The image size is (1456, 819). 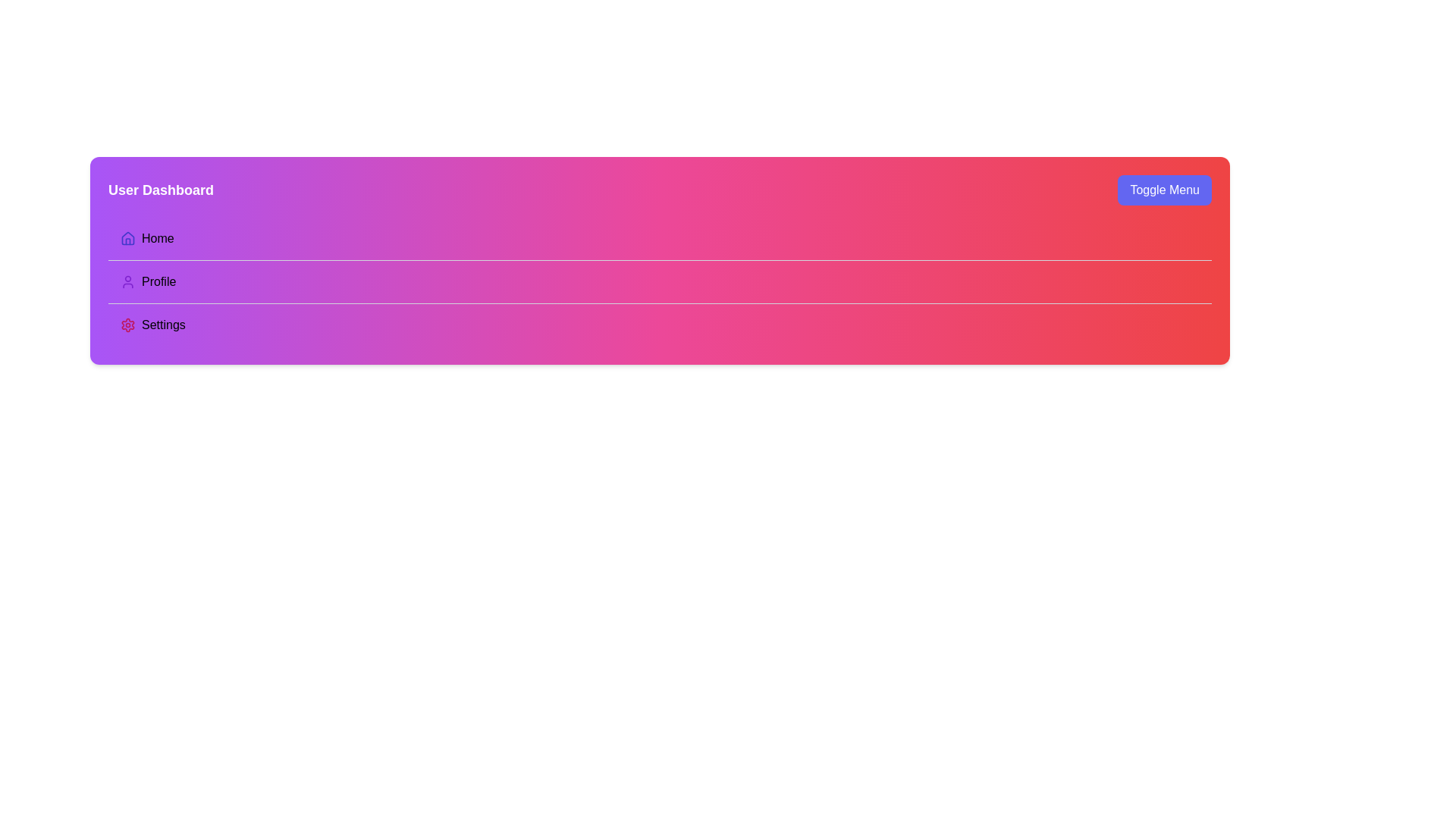 What do you see at coordinates (127, 237) in the screenshot?
I see `the 'Home' icon in the navigation menu, which is located at the top left of the interface and redirects to the main dashboard` at bounding box center [127, 237].